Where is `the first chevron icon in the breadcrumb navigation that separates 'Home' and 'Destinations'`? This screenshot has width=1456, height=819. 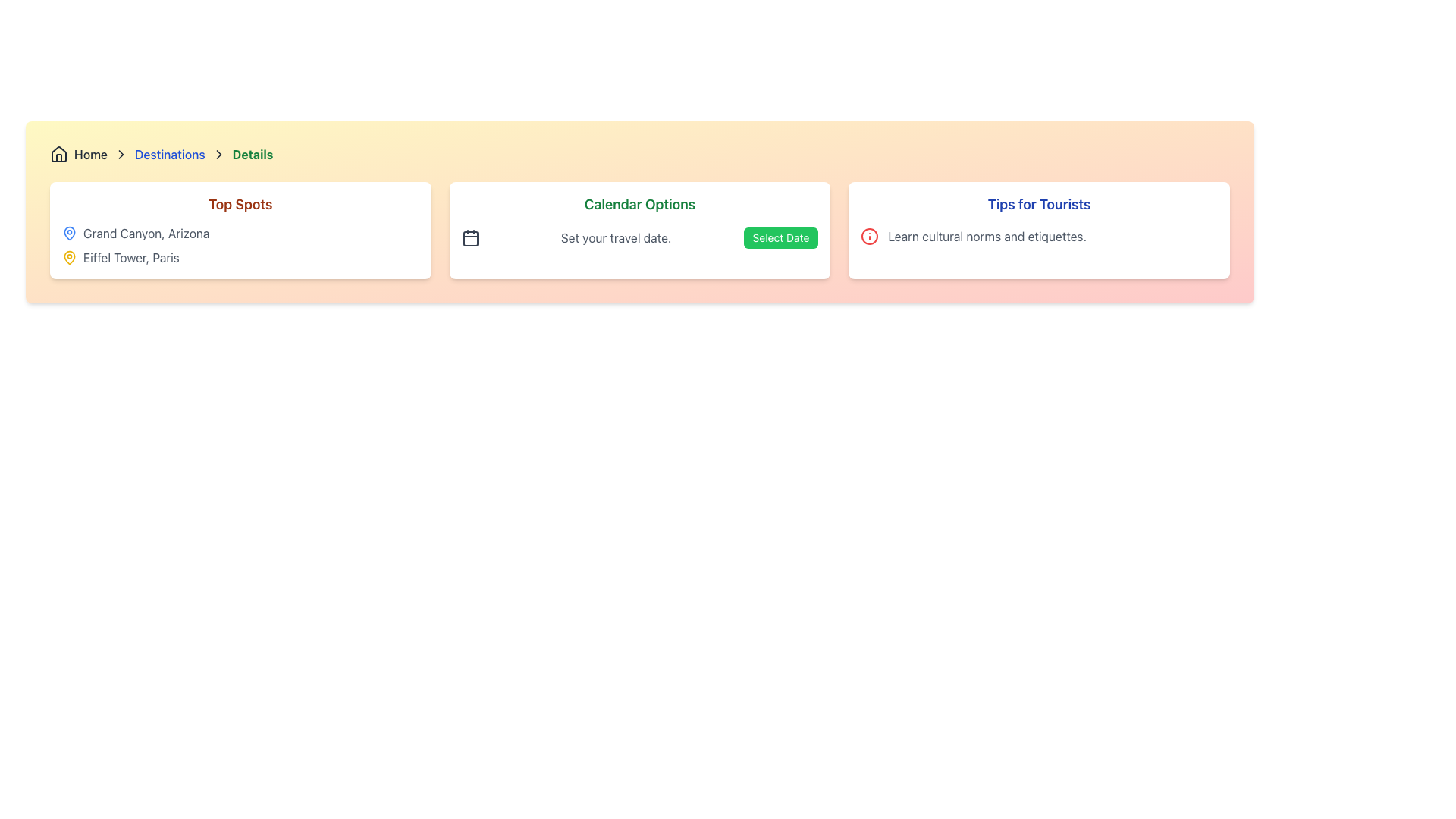
the first chevron icon in the breadcrumb navigation that separates 'Home' and 'Destinations' is located at coordinates (120, 155).